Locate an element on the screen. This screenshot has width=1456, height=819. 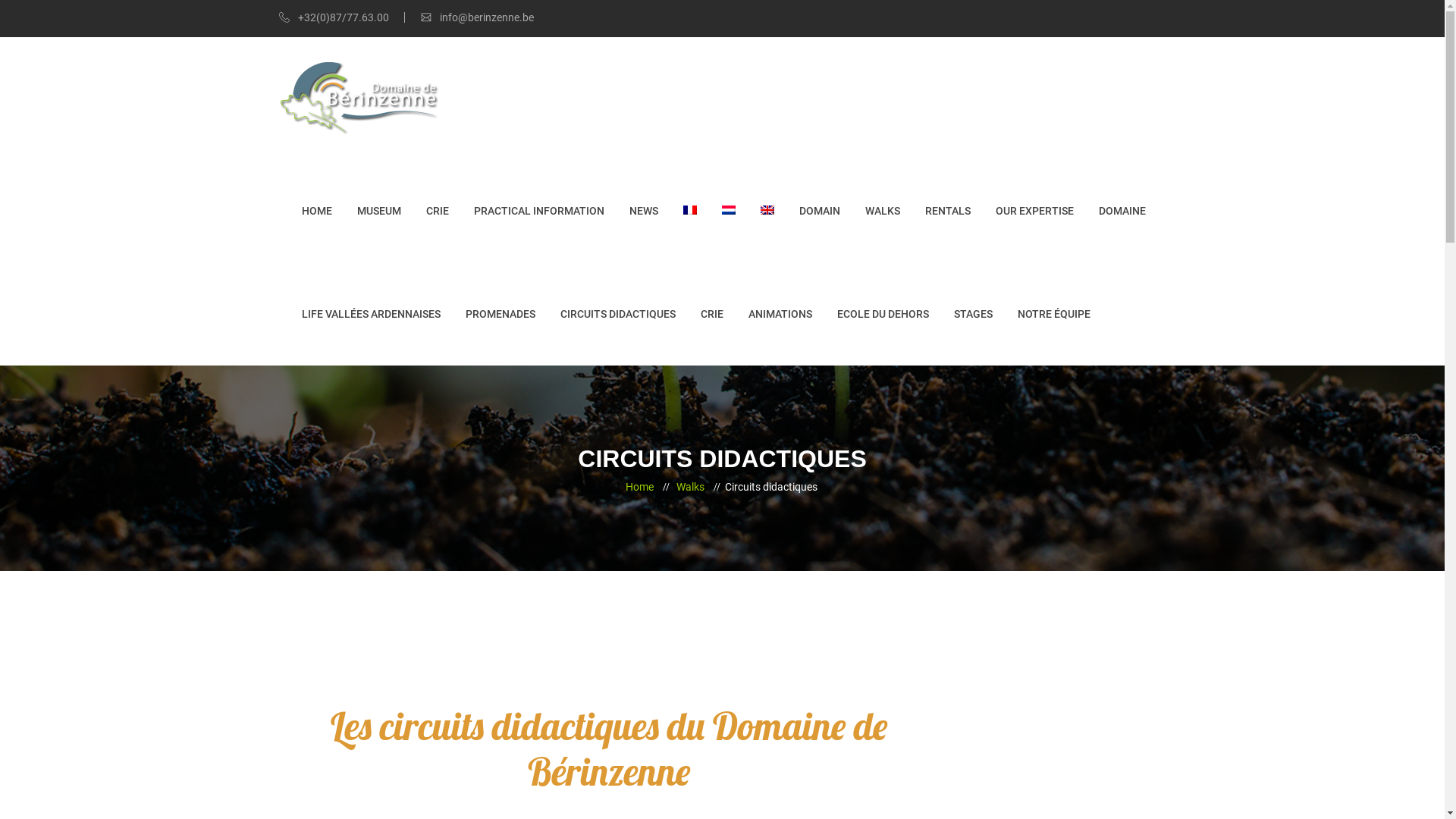
'CRIE' is located at coordinates (436, 210).